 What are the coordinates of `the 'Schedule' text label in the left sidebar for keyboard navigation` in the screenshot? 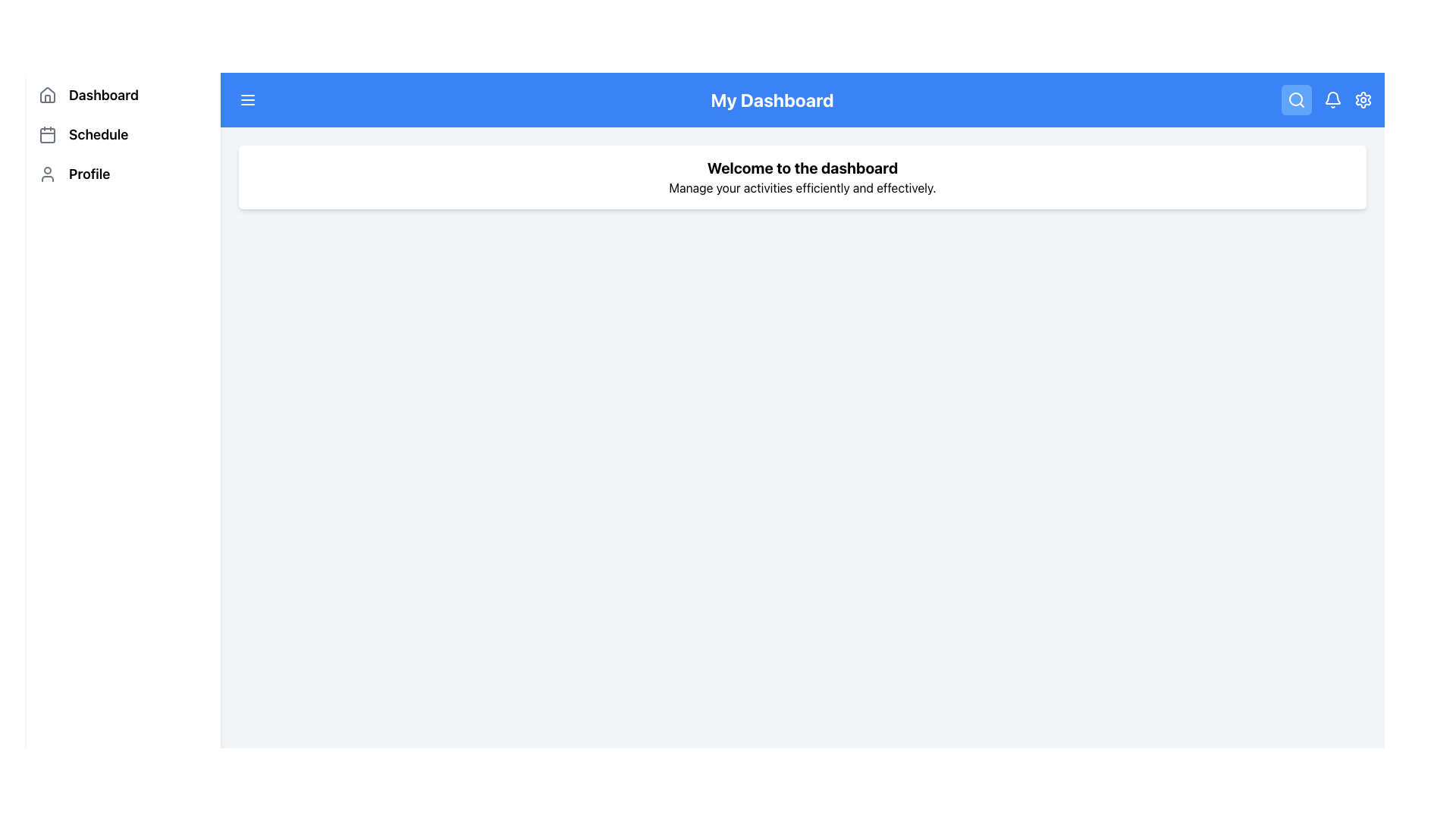 It's located at (98, 133).